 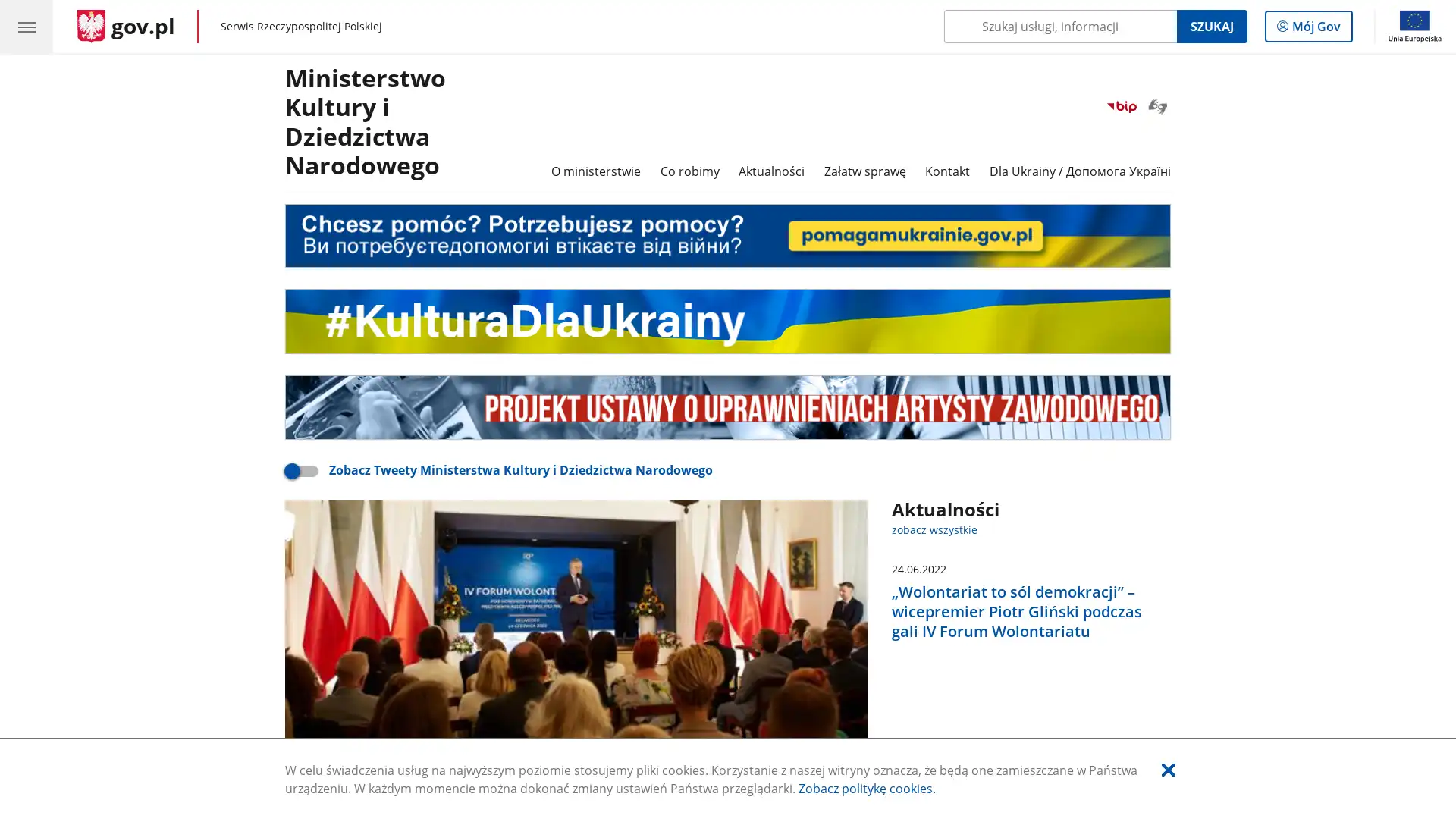 What do you see at coordinates (1210, 26) in the screenshot?
I see `SZUKAJ` at bounding box center [1210, 26].